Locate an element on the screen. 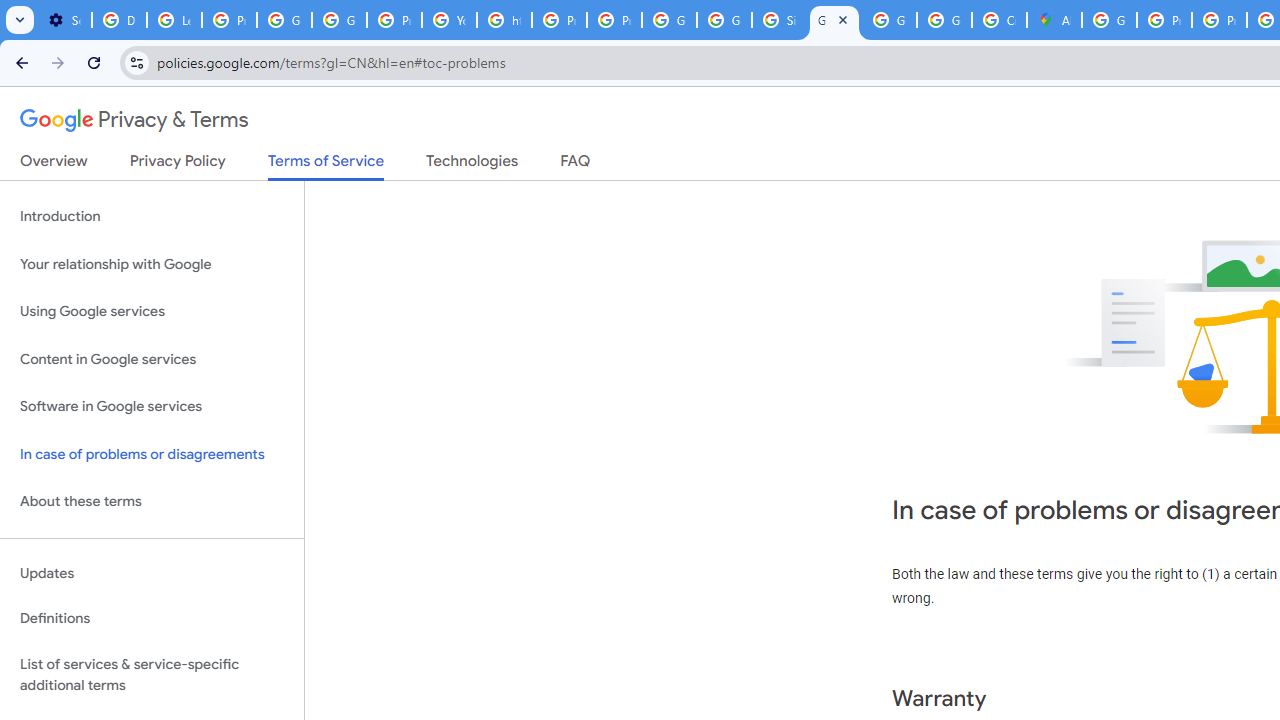 Image resolution: width=1280 pixels, height=720 pixels. 'Create your Google Account' is located at coordinates (999, 20).